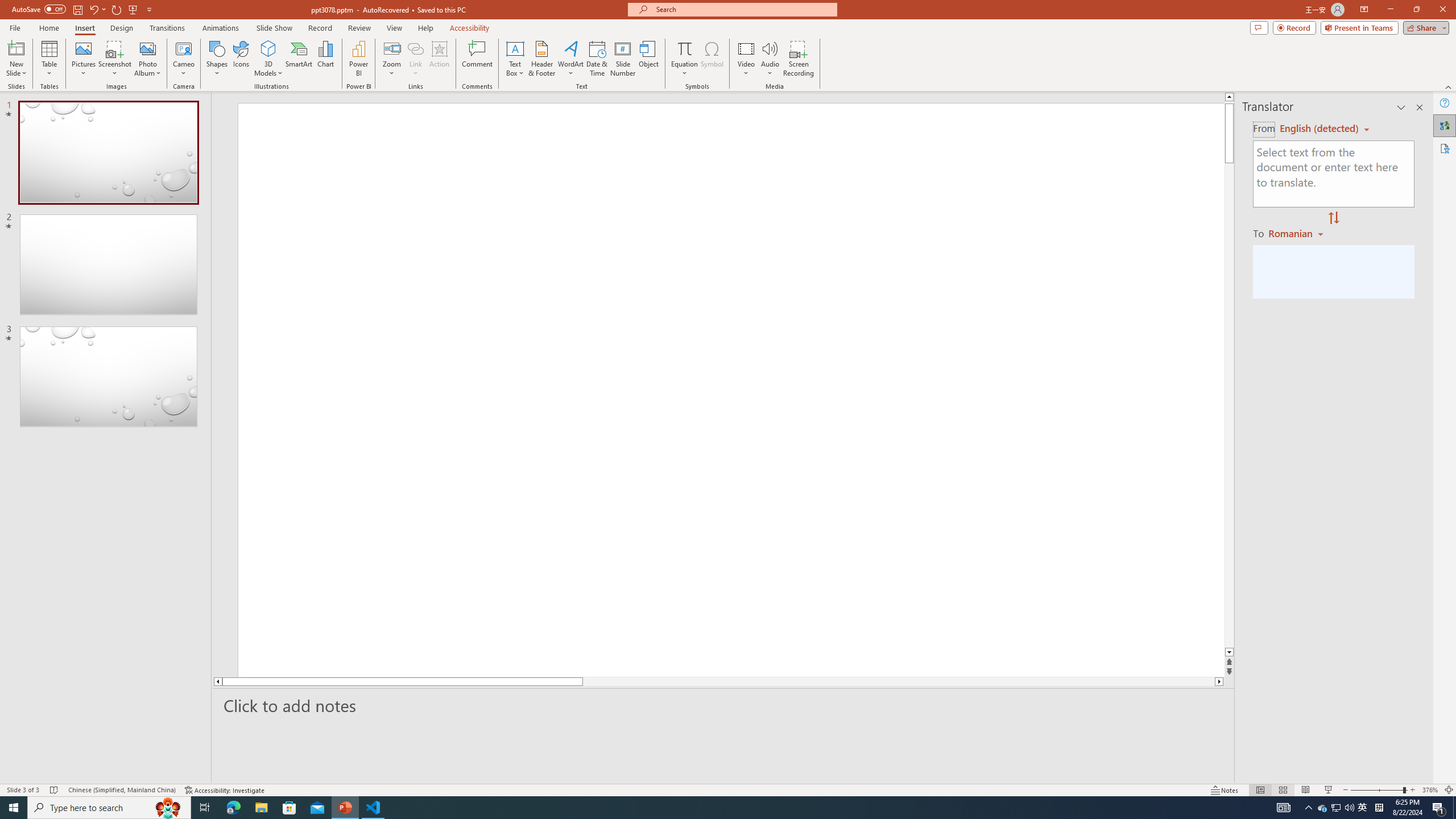 The height and width of the screenshot is (819, 1456). Describe the element at coordinates (515, 48) in the screenshot. I see `'Draw Horizontal Text Box'` at that location.